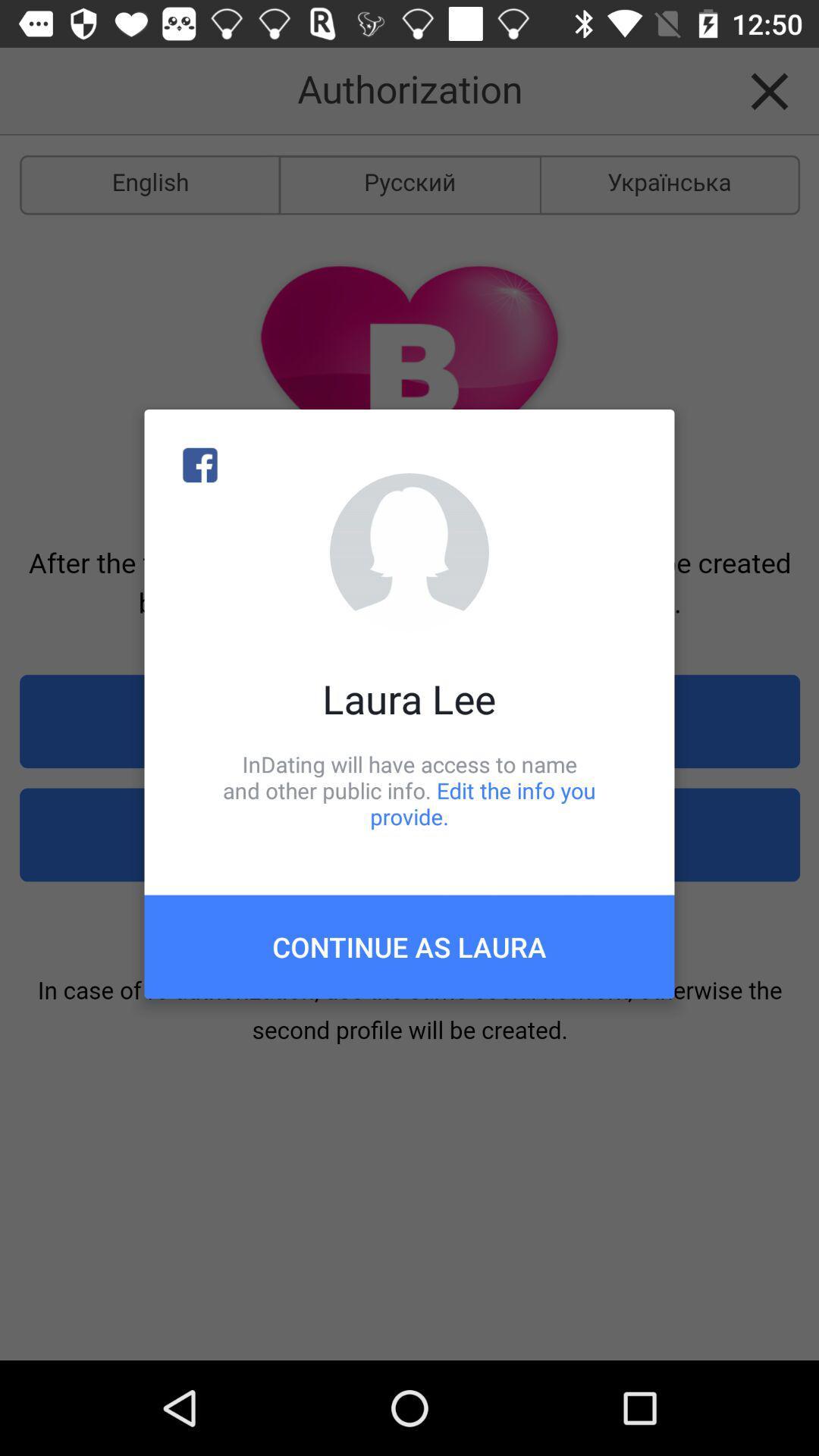  Describe the element at coordinates (409, 789) in the screenshot. I see `the icon above the continue as laura` at that location.